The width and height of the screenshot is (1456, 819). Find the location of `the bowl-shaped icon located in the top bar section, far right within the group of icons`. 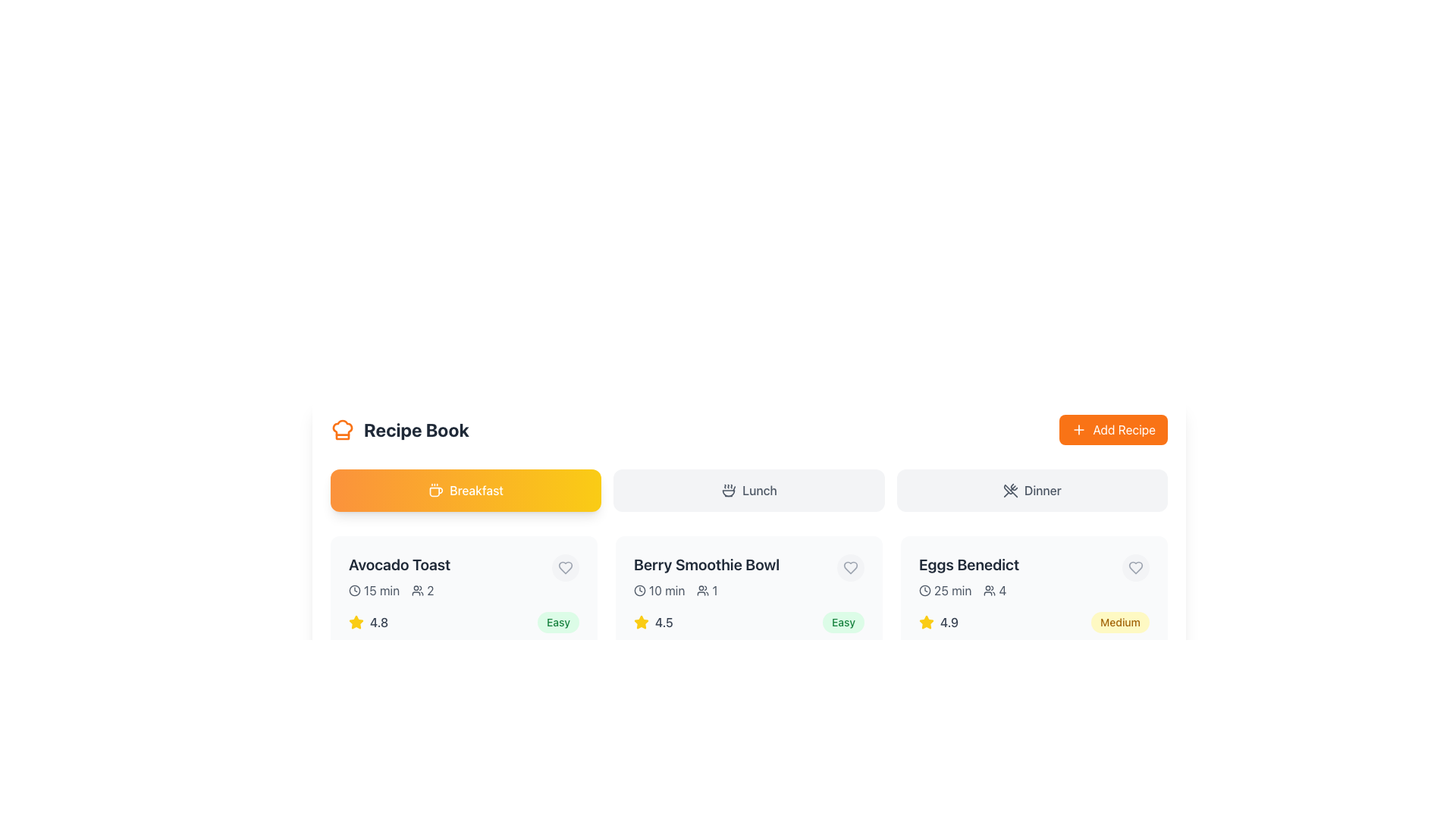

the bowl-shaped icon located in the top bar section, far right within the group of icons is located at coordinates (729, 493).